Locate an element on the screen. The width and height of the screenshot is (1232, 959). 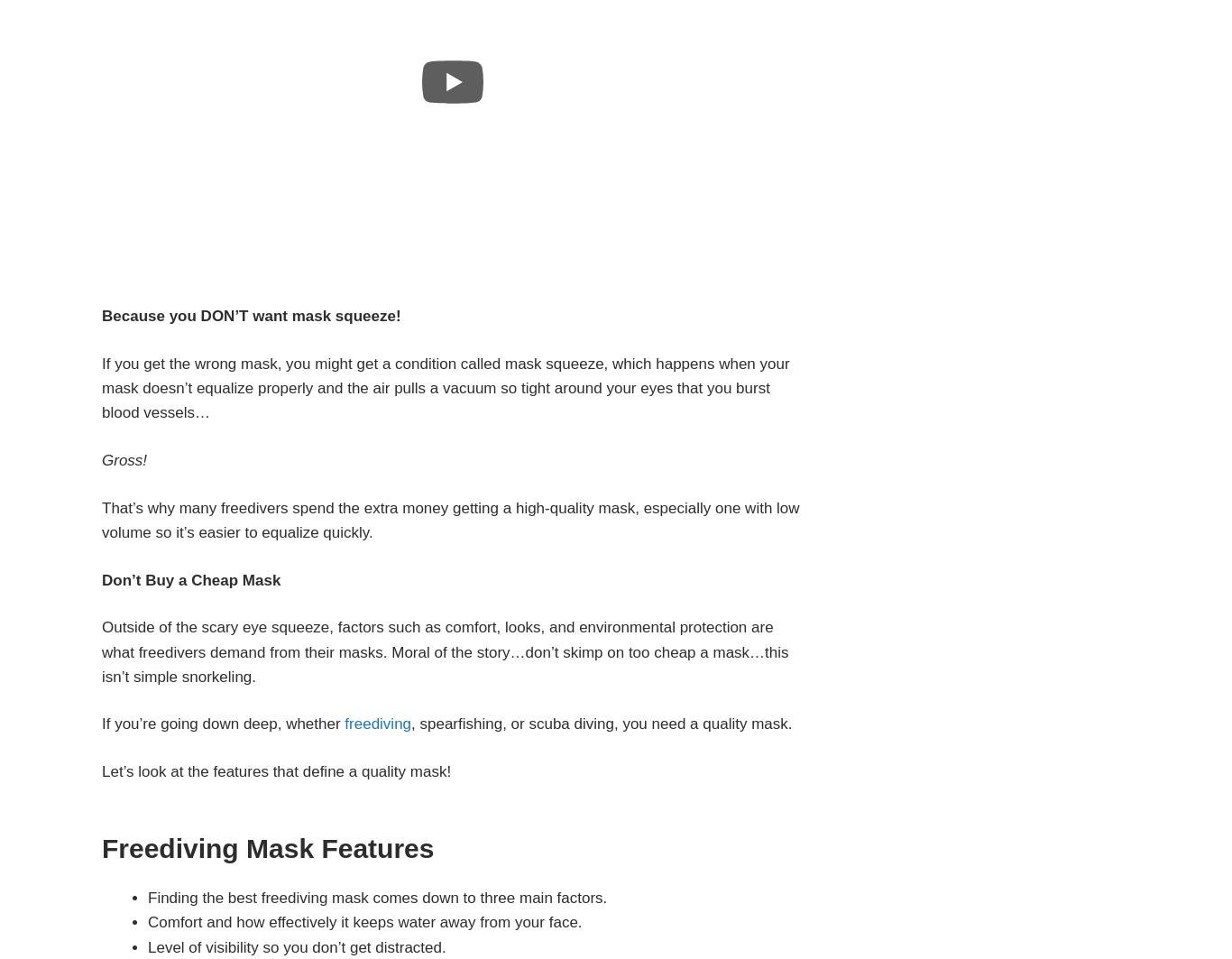
', spearfishing, or scuba diving, you need a quality mask.' is located at coordinates (601, 723).